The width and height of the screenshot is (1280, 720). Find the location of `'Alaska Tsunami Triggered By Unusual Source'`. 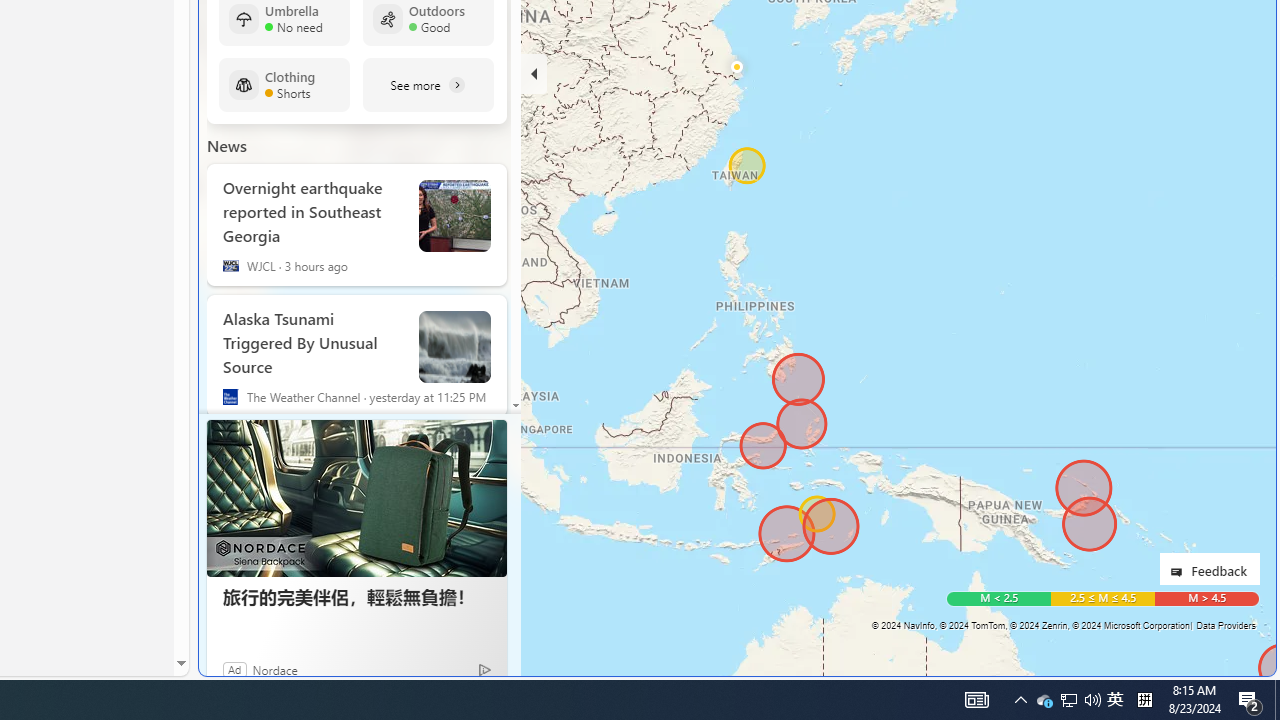

'Alaska Tsunami Triggered By Unusual Source' is located at coordinates (311, 338).